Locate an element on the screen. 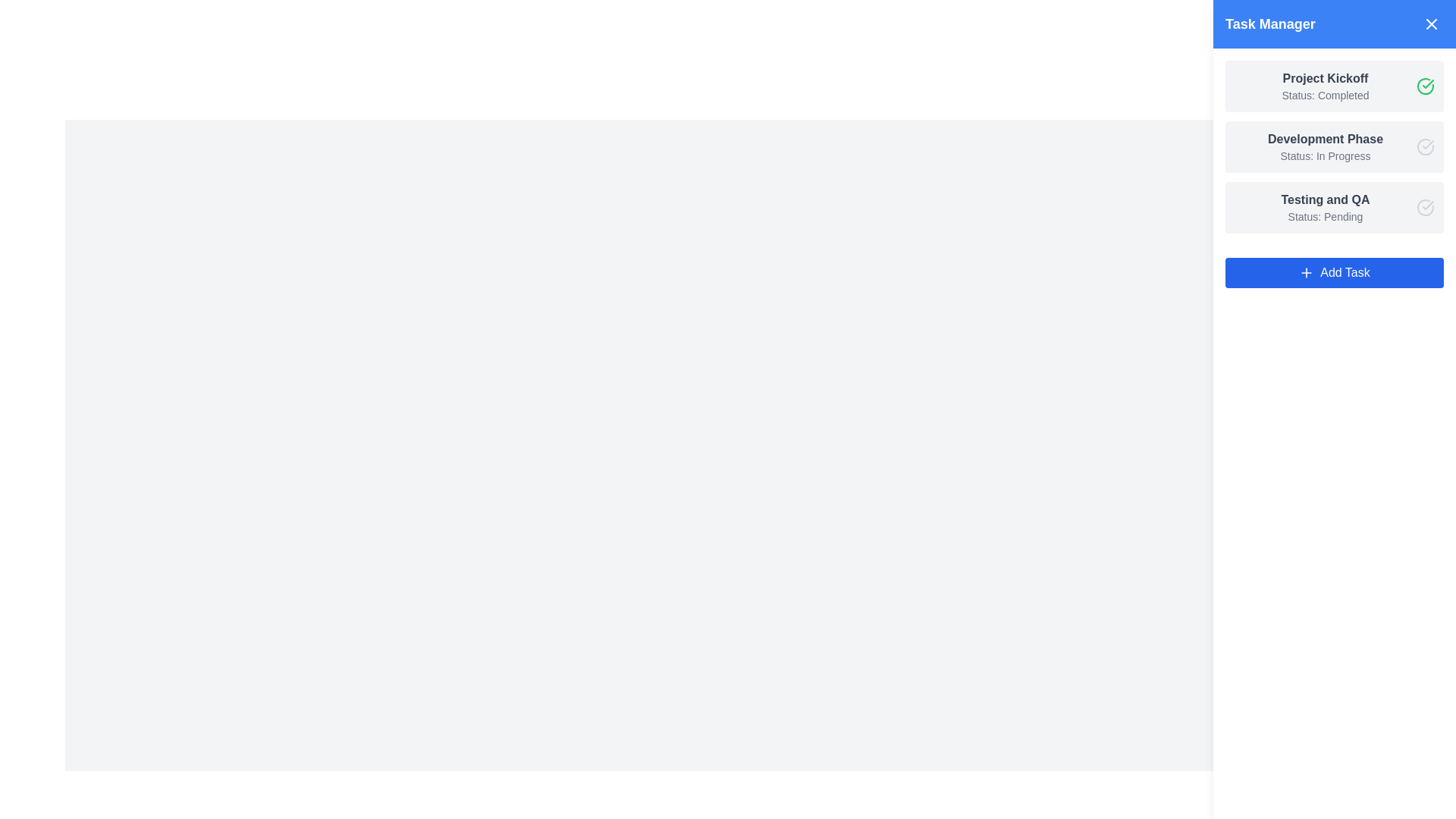  title text 'Project Kickoff' which is styled in bold gray font and positioned at the top of the first task card on the right side of the interface is located at coordinates (1324, 79).